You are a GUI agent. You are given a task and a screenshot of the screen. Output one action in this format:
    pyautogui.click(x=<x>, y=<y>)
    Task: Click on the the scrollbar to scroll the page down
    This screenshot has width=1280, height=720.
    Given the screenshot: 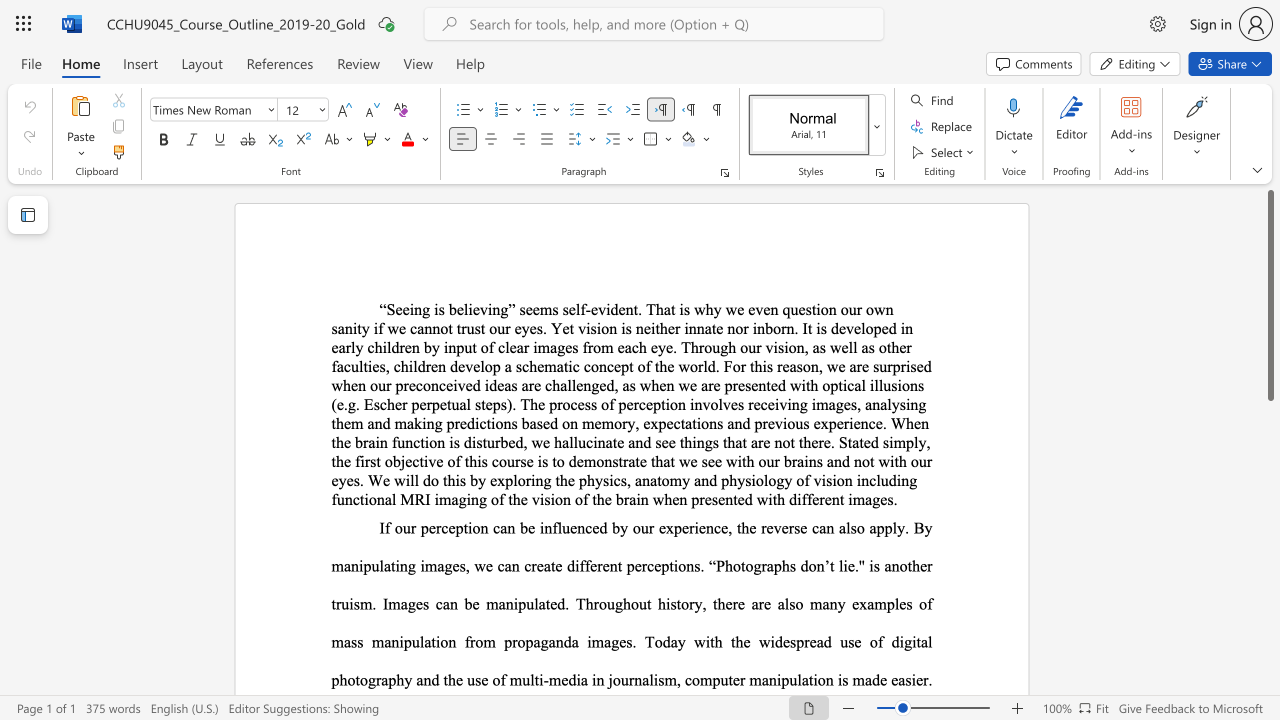 What is the action you would take?
    pyautogui.click(x=1269, y=528)
    